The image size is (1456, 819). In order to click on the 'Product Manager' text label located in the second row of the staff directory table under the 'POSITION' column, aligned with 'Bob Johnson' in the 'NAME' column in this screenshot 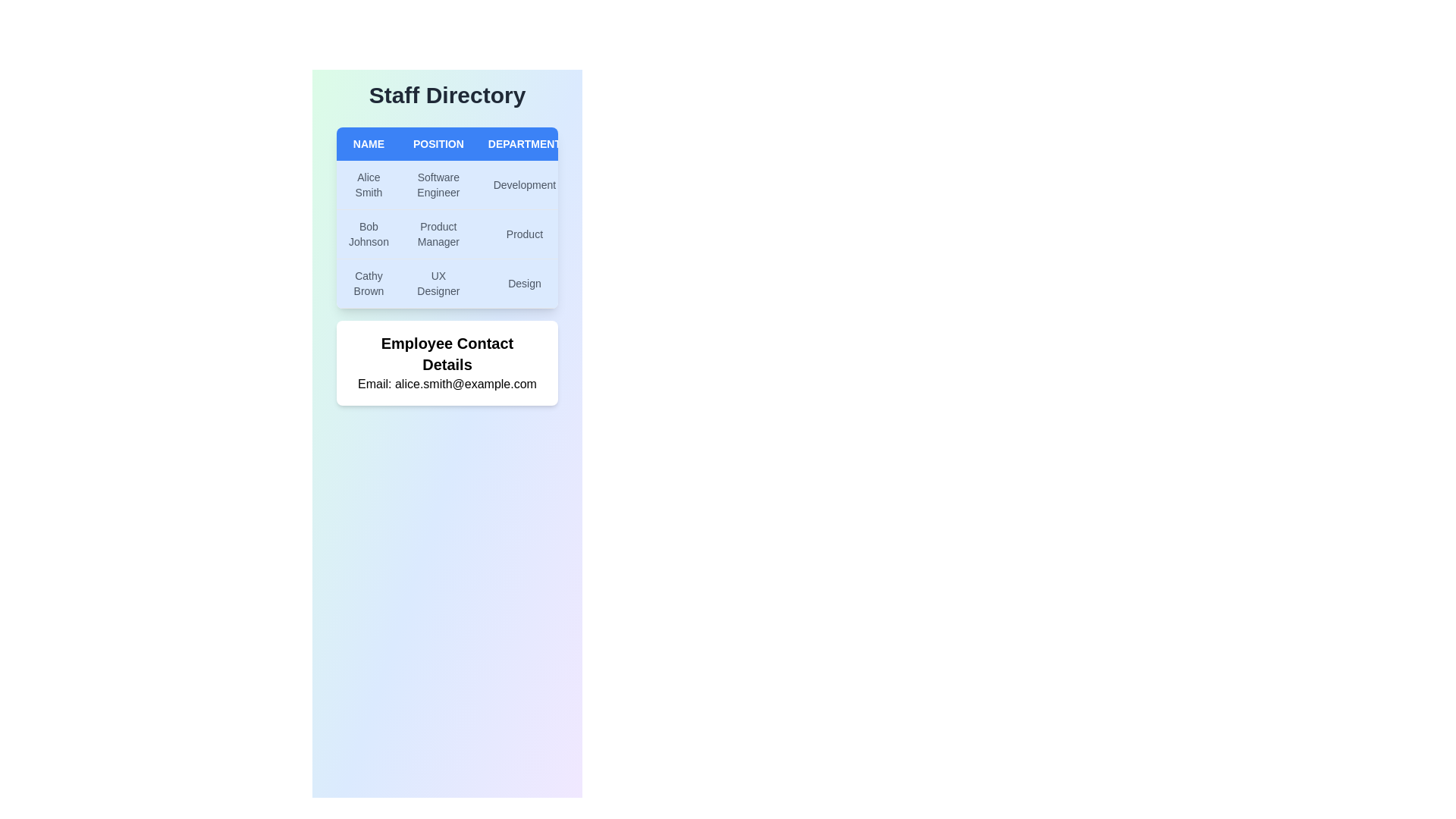, I will do `click(438, 234)`.